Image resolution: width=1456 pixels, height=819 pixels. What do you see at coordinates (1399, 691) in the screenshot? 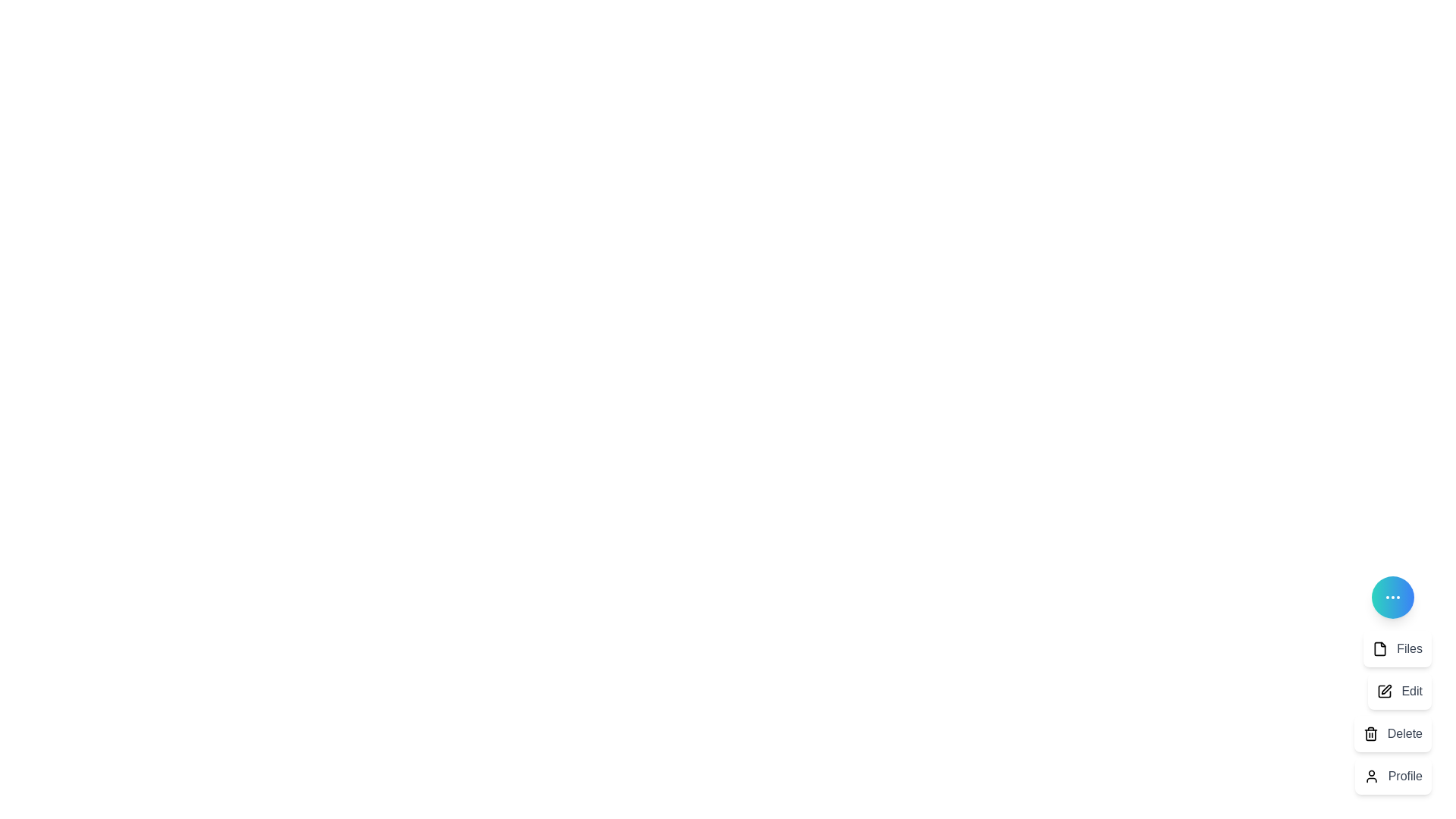
I see `the 'Edit' button in the speed dial menu` at bounding box center [1399, 691].